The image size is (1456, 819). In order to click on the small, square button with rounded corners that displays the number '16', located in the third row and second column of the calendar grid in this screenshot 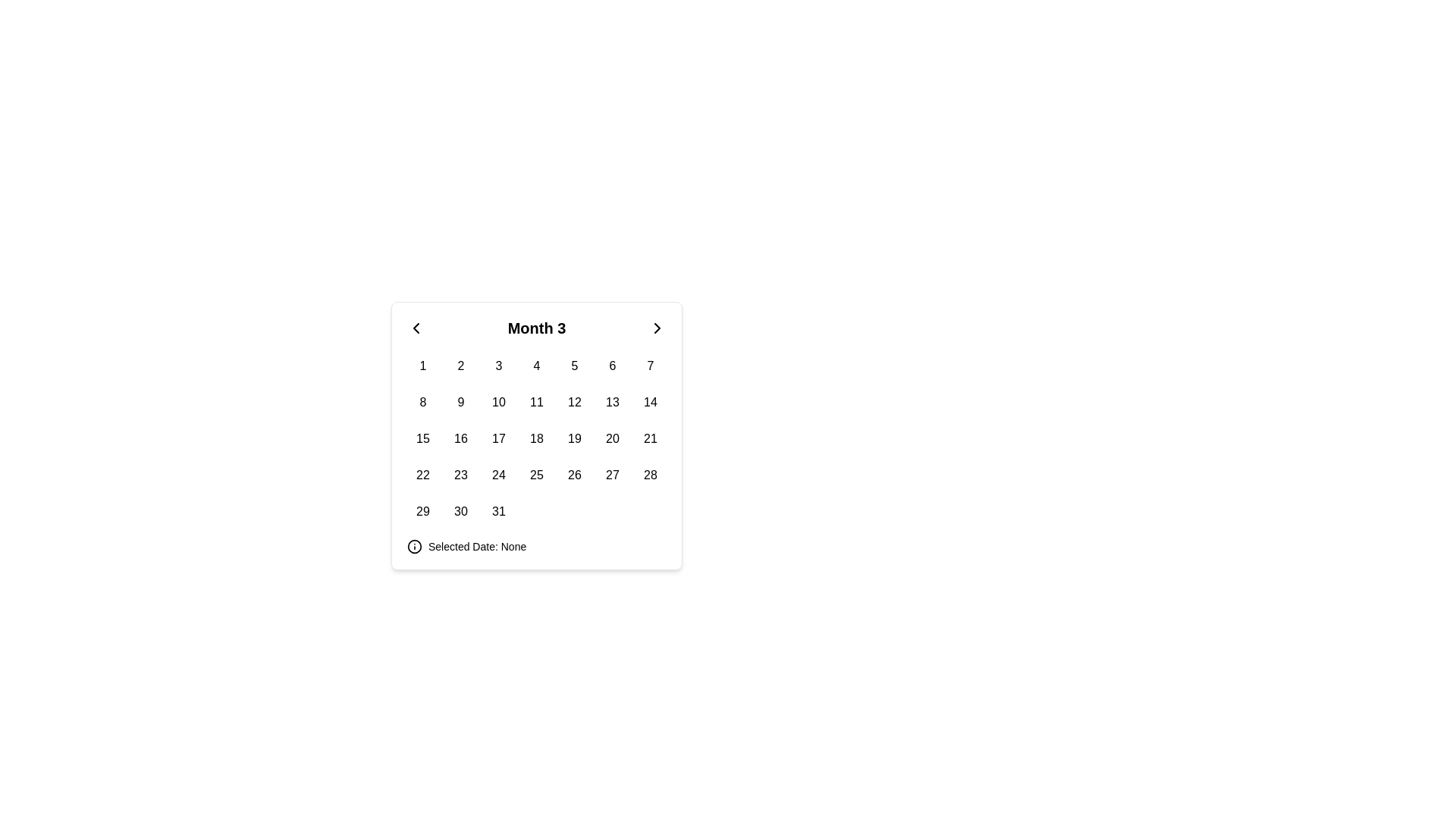, I will do `click(460, 438)`.